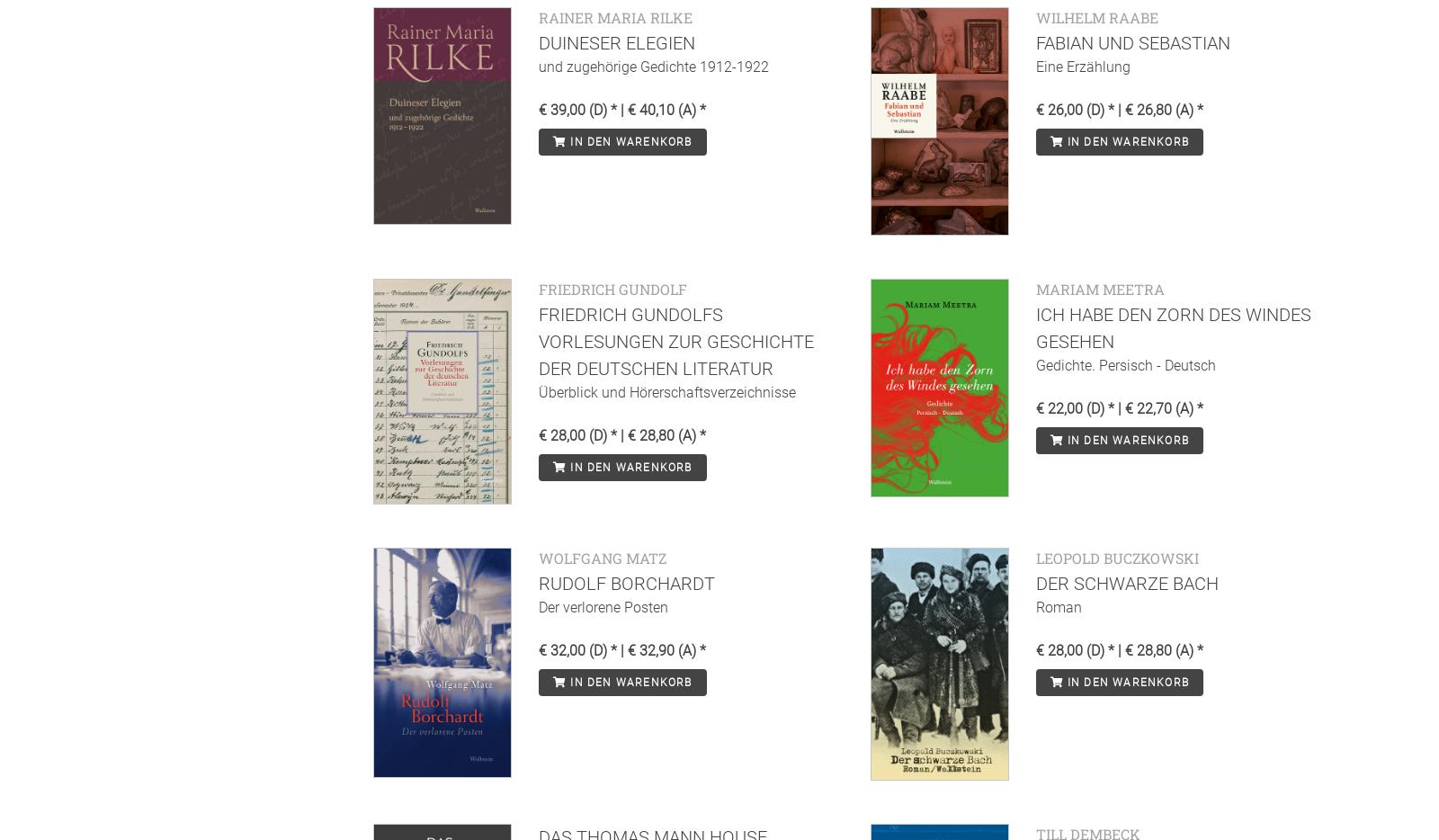 Image resolution: width=1439 pixels, height=840 pixels. I want to click on 'und zugehörige Gedichte 1912-1922', so click(654, 66).